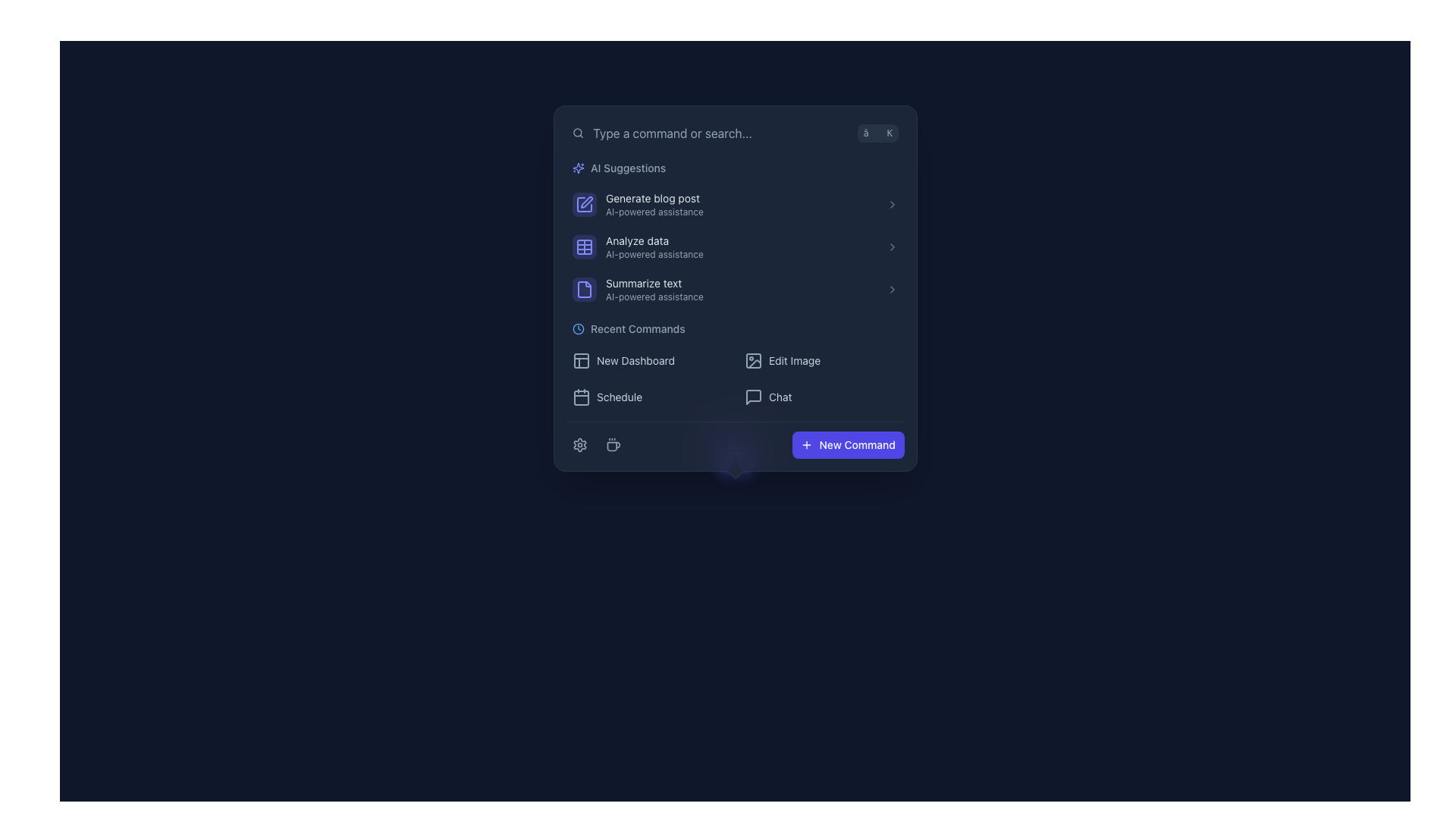 The width and height of the screenshot is (1456, 819). I want to click on the small square icon resembling a picture frame with content inside, located in the 'Recent Commands' section, to the left of the 'Edit Image' label, so click(753, 360).